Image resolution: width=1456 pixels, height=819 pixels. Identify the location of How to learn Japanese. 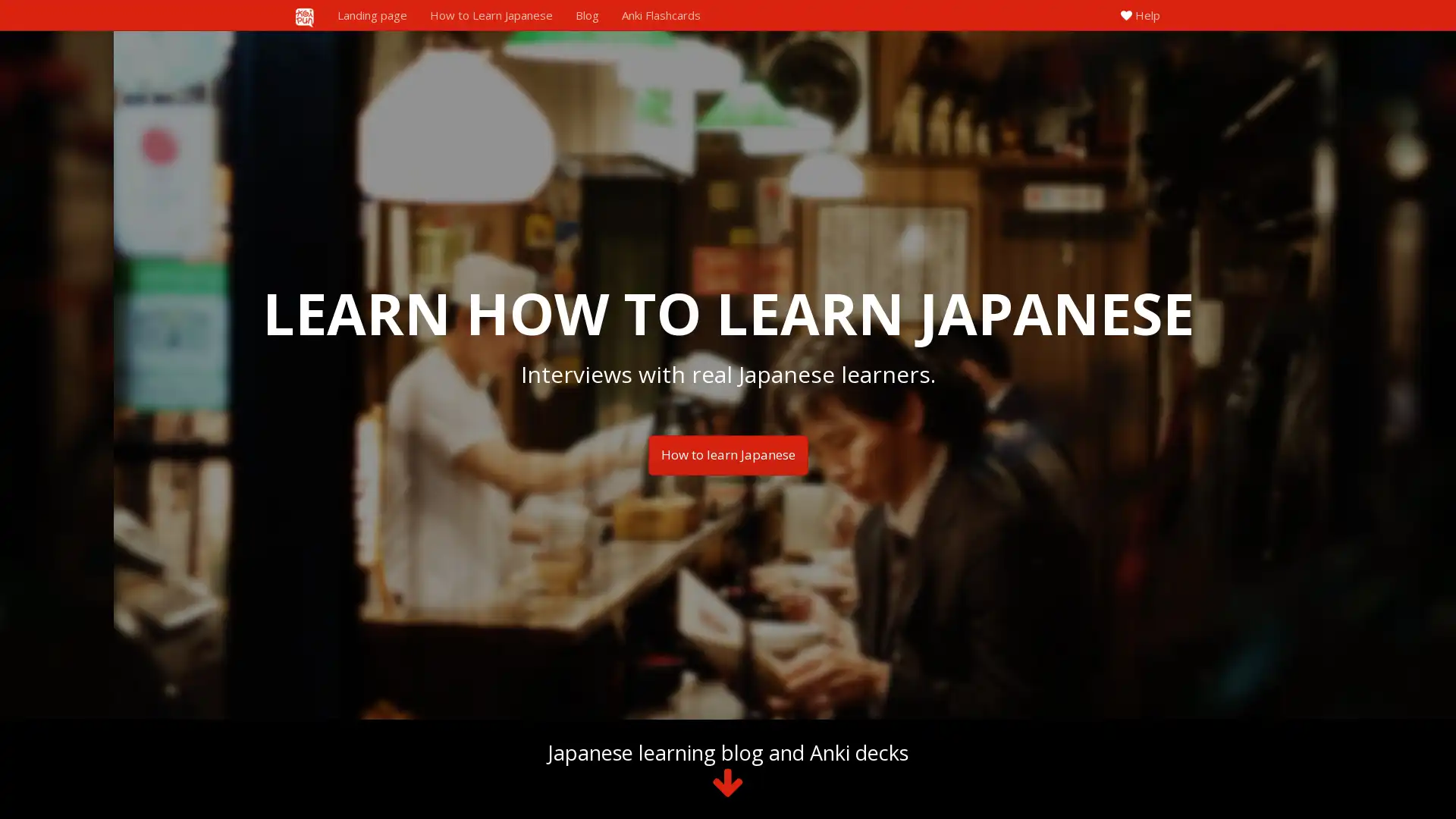
(726, 454).